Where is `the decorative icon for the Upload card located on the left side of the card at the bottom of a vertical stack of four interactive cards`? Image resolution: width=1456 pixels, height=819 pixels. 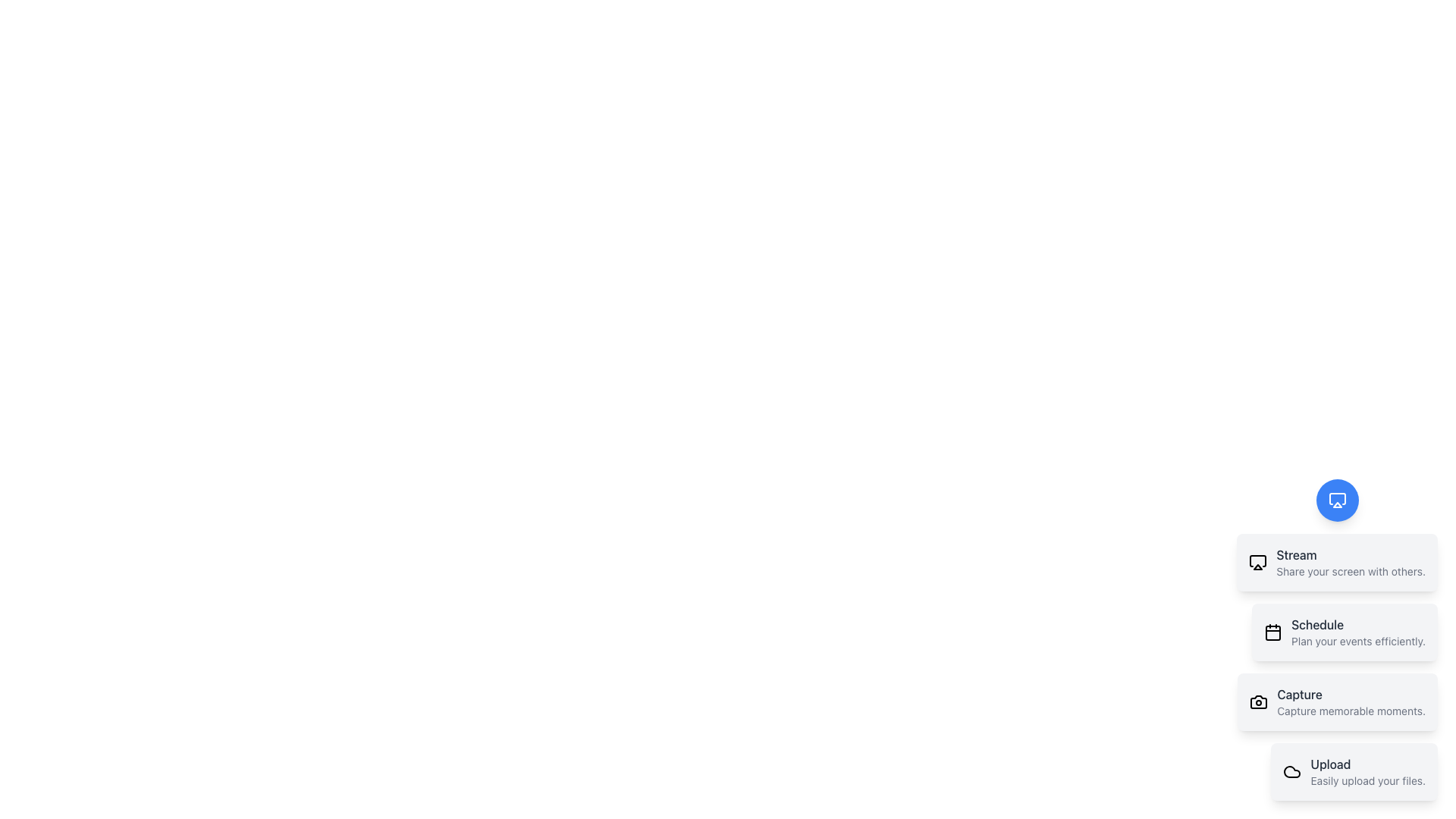 the decorative icon for the Upload card located on the left side of the card at the bottom of a vertical stack of four interactive cards is located at coordinates (1291, 772).